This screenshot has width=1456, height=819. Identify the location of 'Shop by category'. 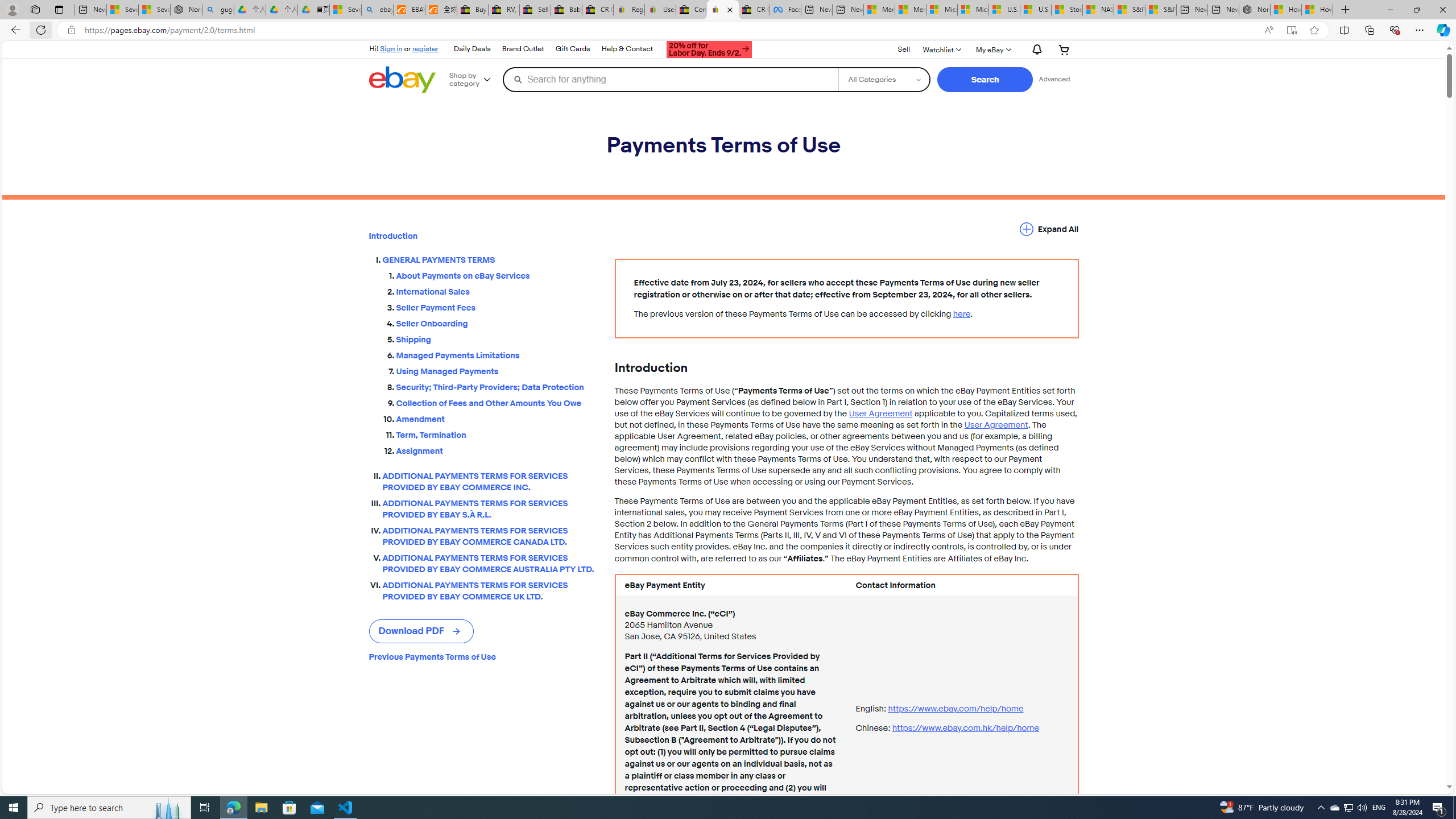
(473, 78).